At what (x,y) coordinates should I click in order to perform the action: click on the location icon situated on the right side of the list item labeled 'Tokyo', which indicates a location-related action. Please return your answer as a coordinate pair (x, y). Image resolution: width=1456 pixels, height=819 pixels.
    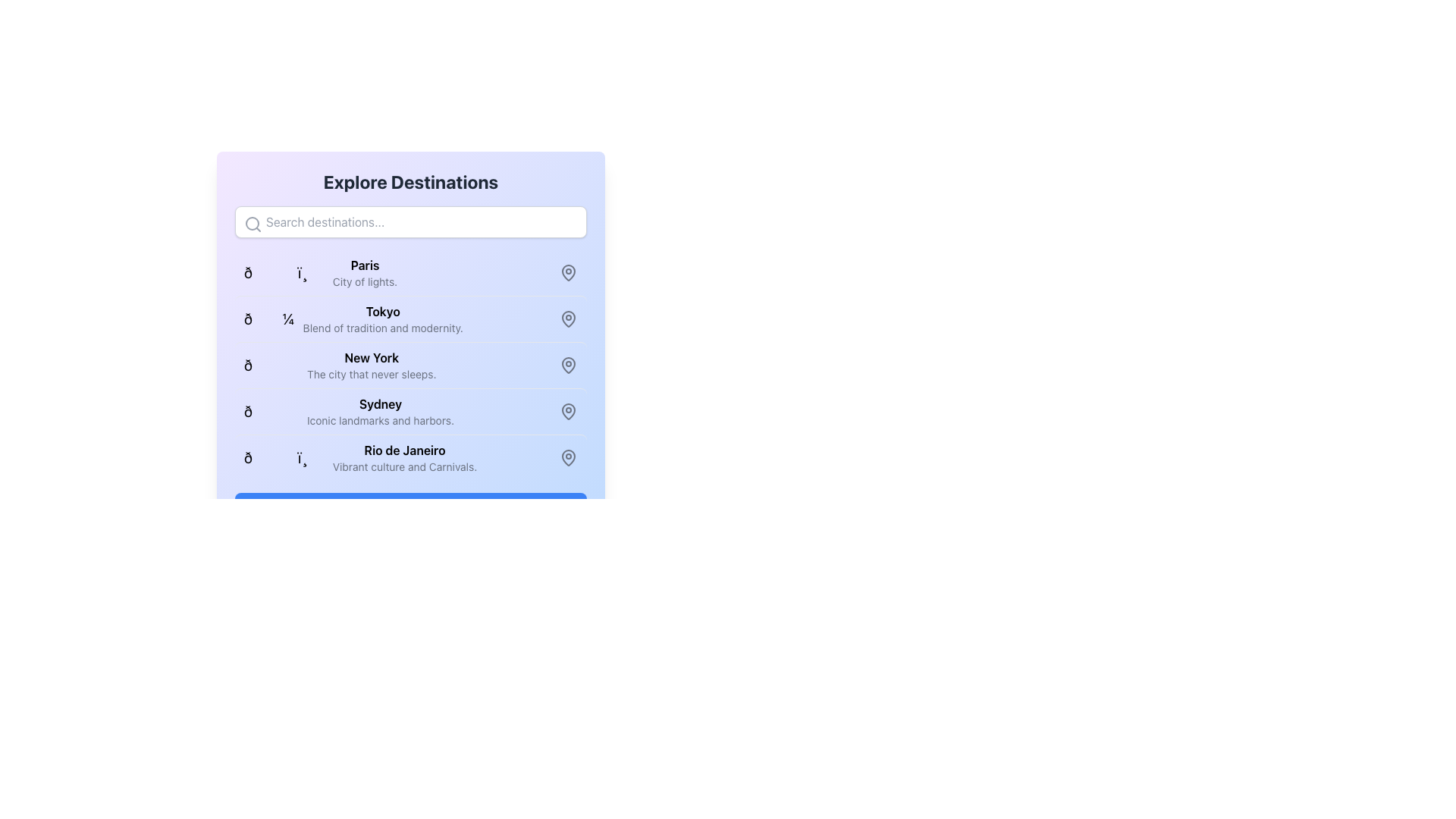
    Looking at the image, I should click on (567, 318).